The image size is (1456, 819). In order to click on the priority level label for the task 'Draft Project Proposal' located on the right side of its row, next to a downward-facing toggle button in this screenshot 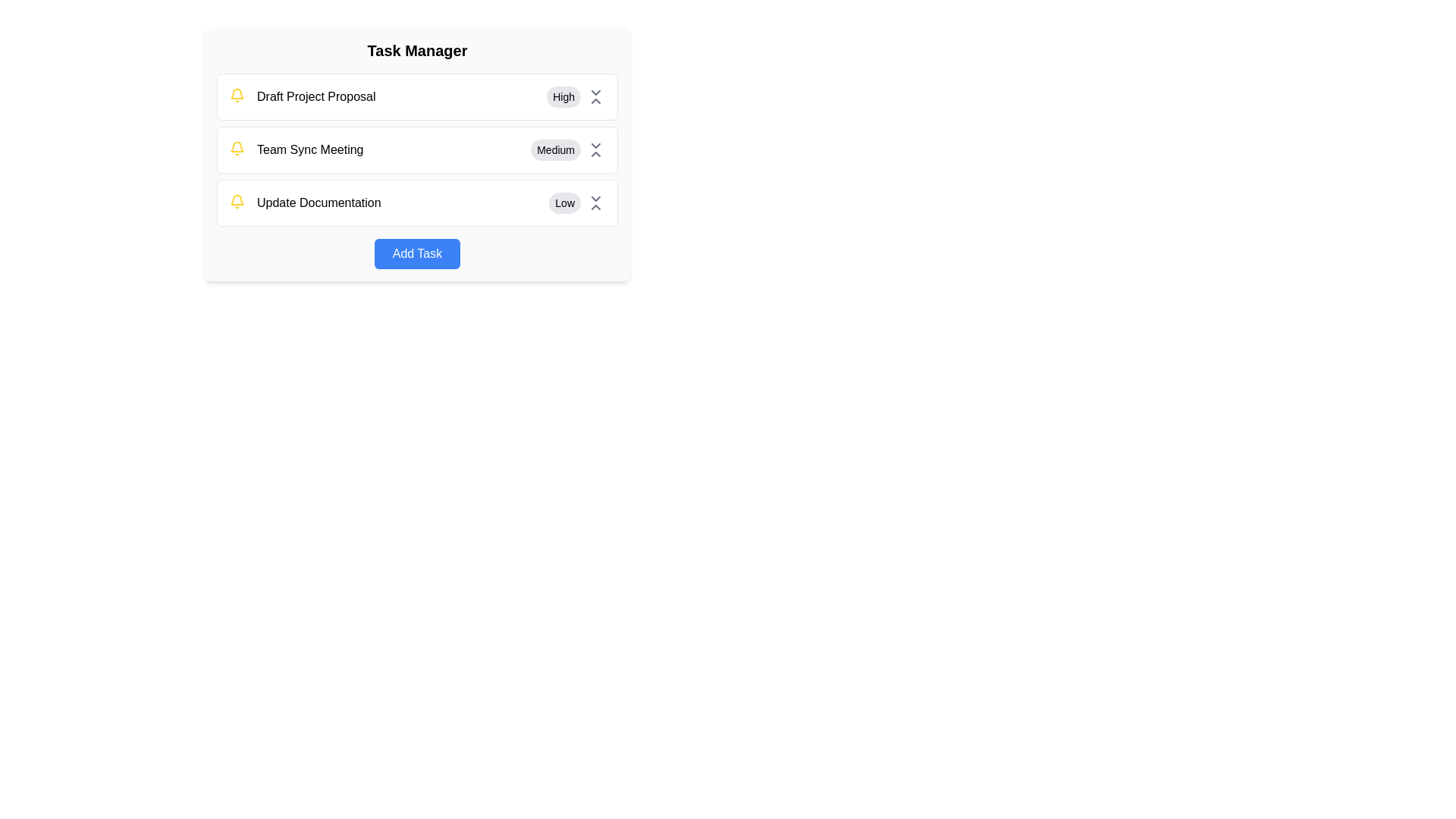, I will do `click(575, 96)`.